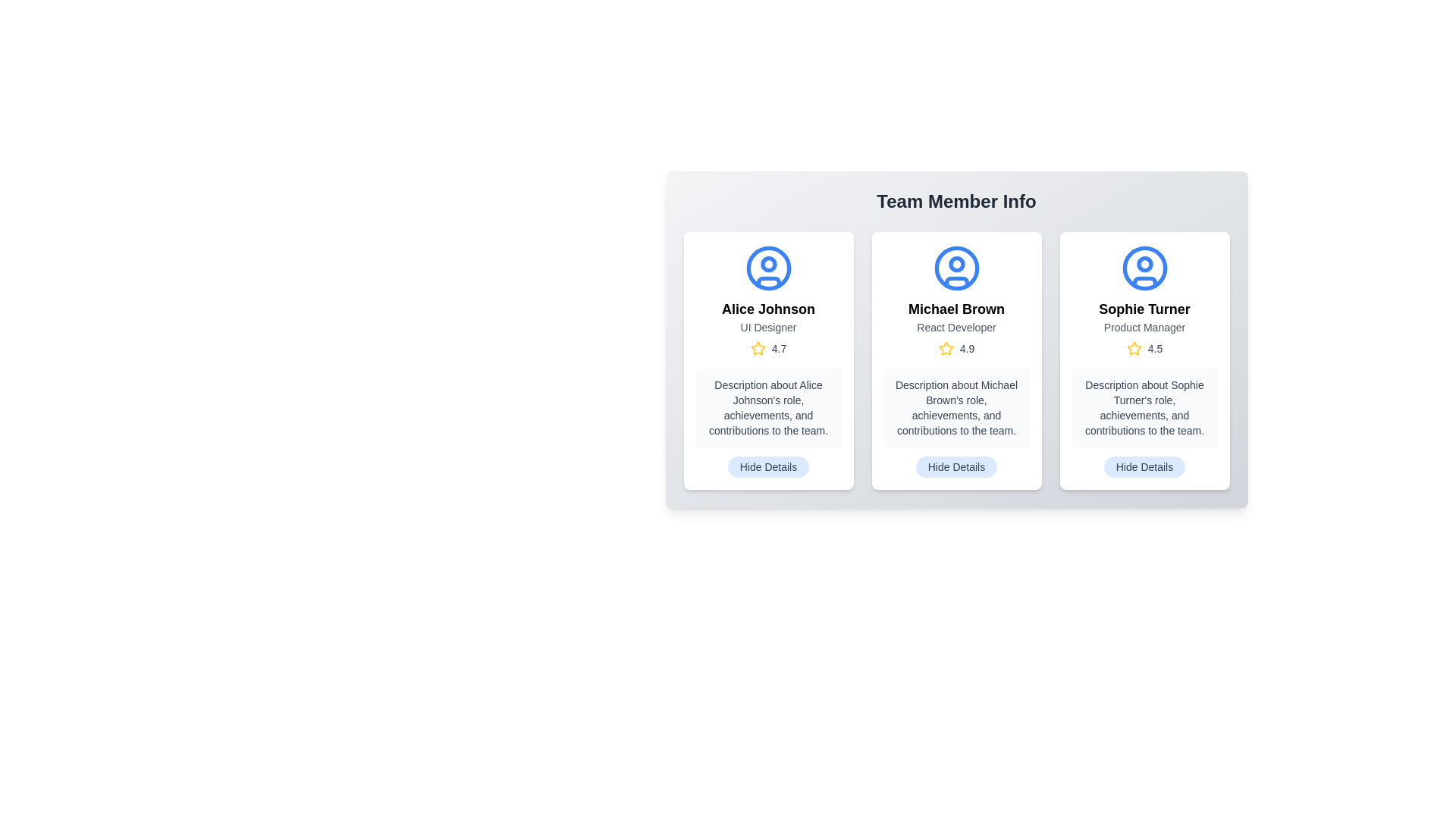  I want to click on the small blue circular decorative element within the avatar icon at the top center of the card representing 'Alice Johnson - UI Designer', so click(768, 263).